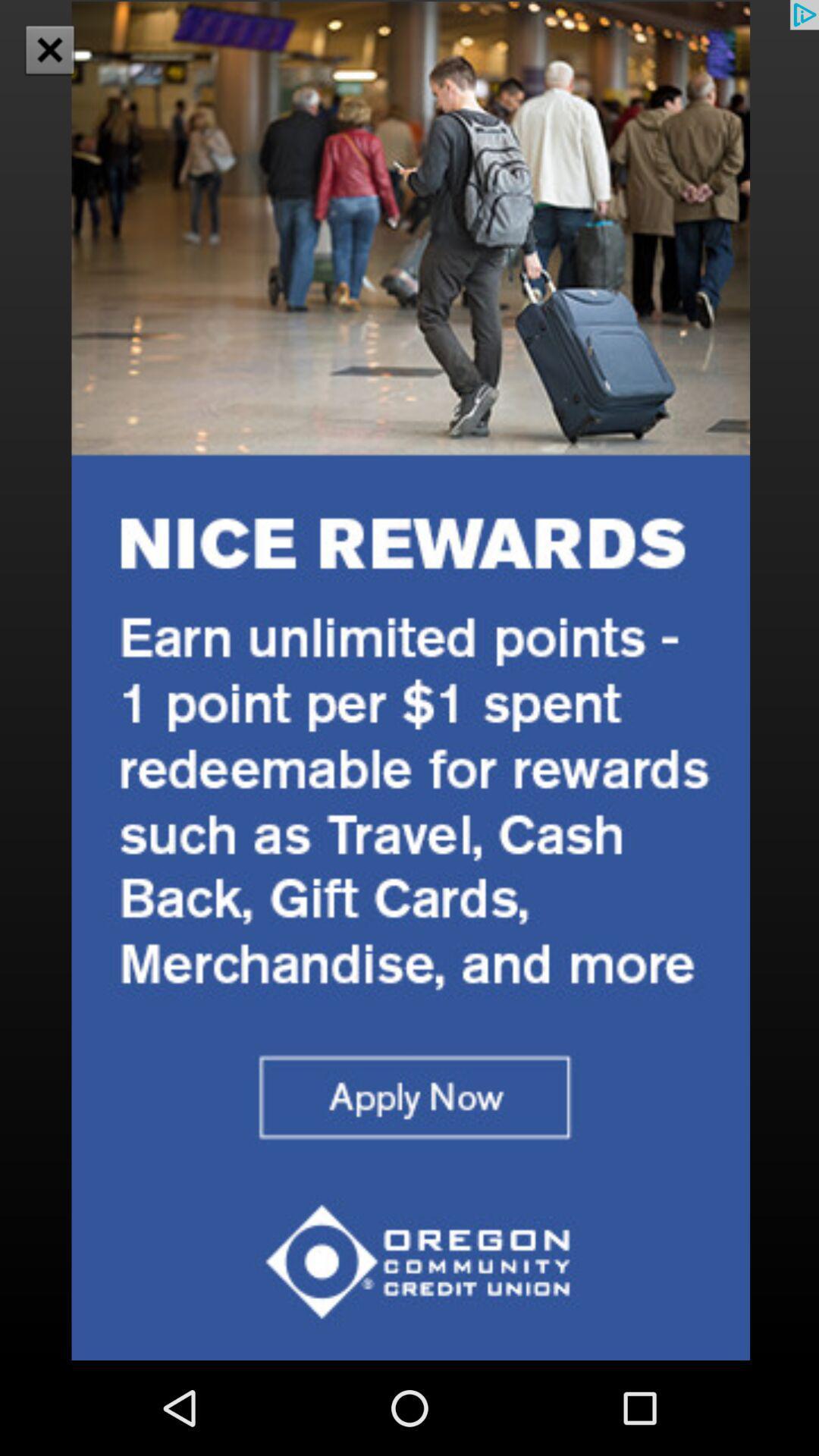 The height and width of the screenshot is (1456, 819). Describe the element at coordinates (49, 53) in the screenshot. I see `the close icon` at that location.